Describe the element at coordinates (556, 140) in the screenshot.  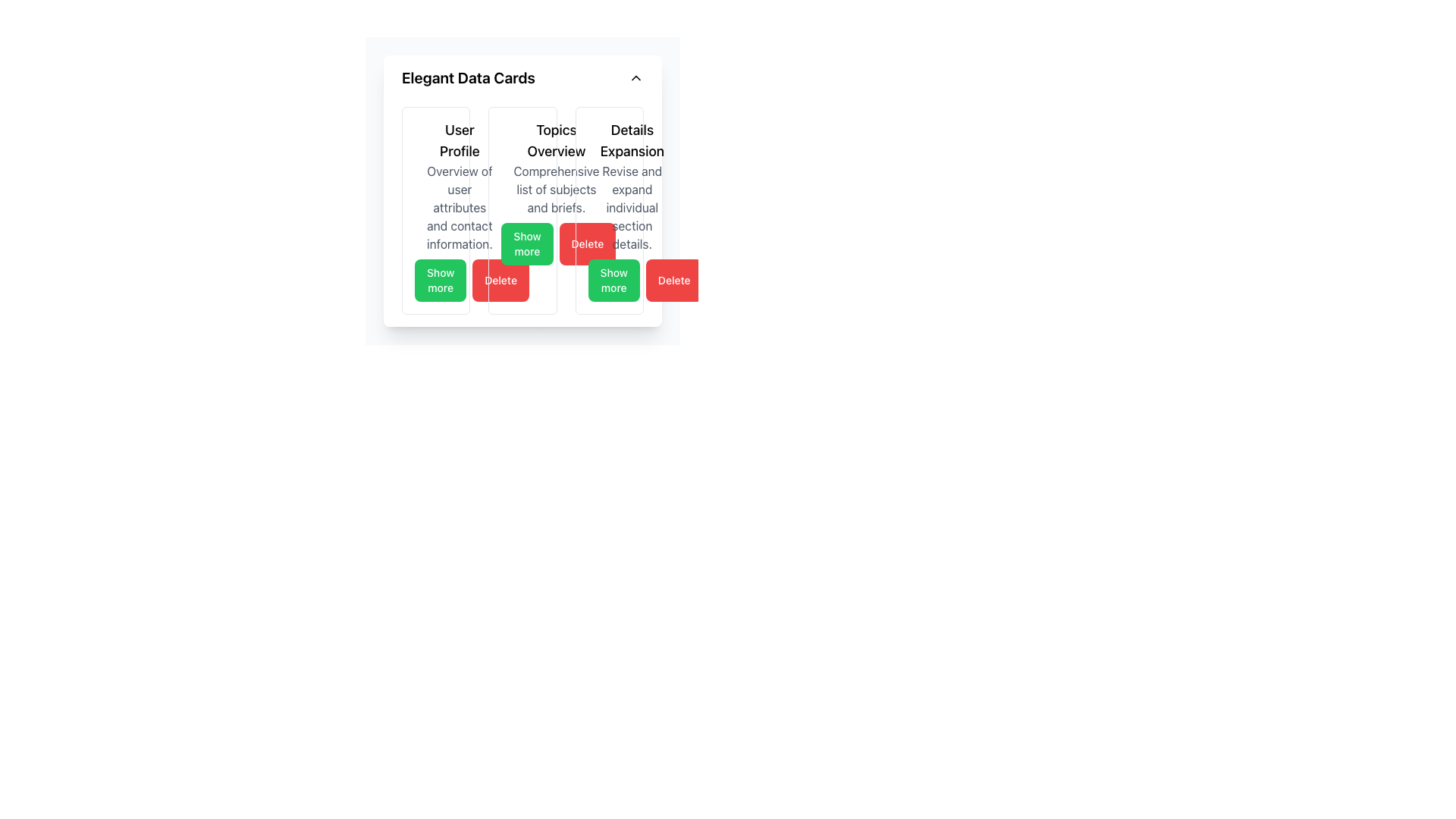
I see `text label that serves as the title for the card labeled 'Topics Overview', located at the center-top of the card, indicating an overview of topics` at that location.